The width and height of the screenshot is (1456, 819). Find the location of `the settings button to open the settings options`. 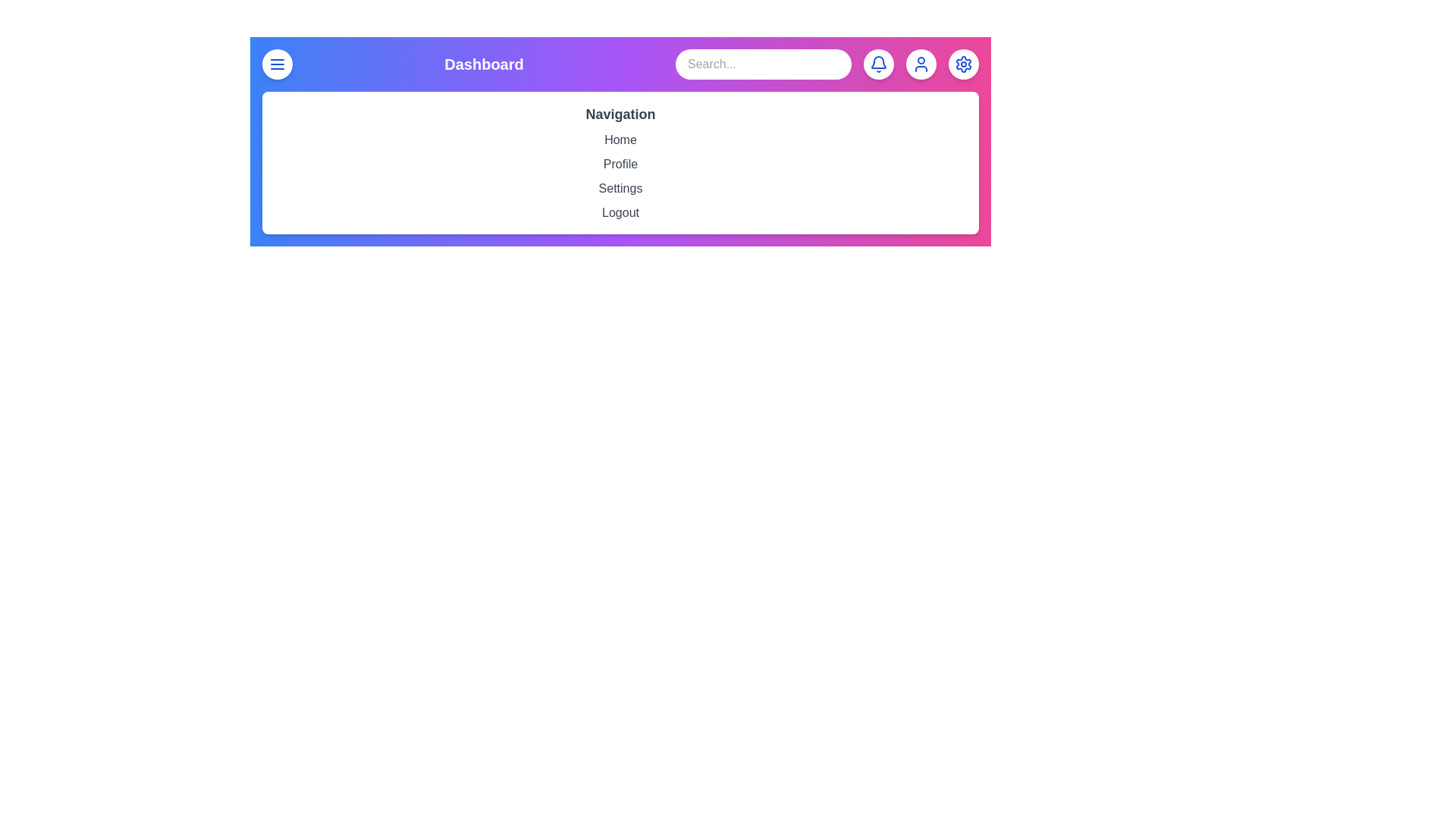

the settings button to open the settings options is located at coordinates (963, 63).